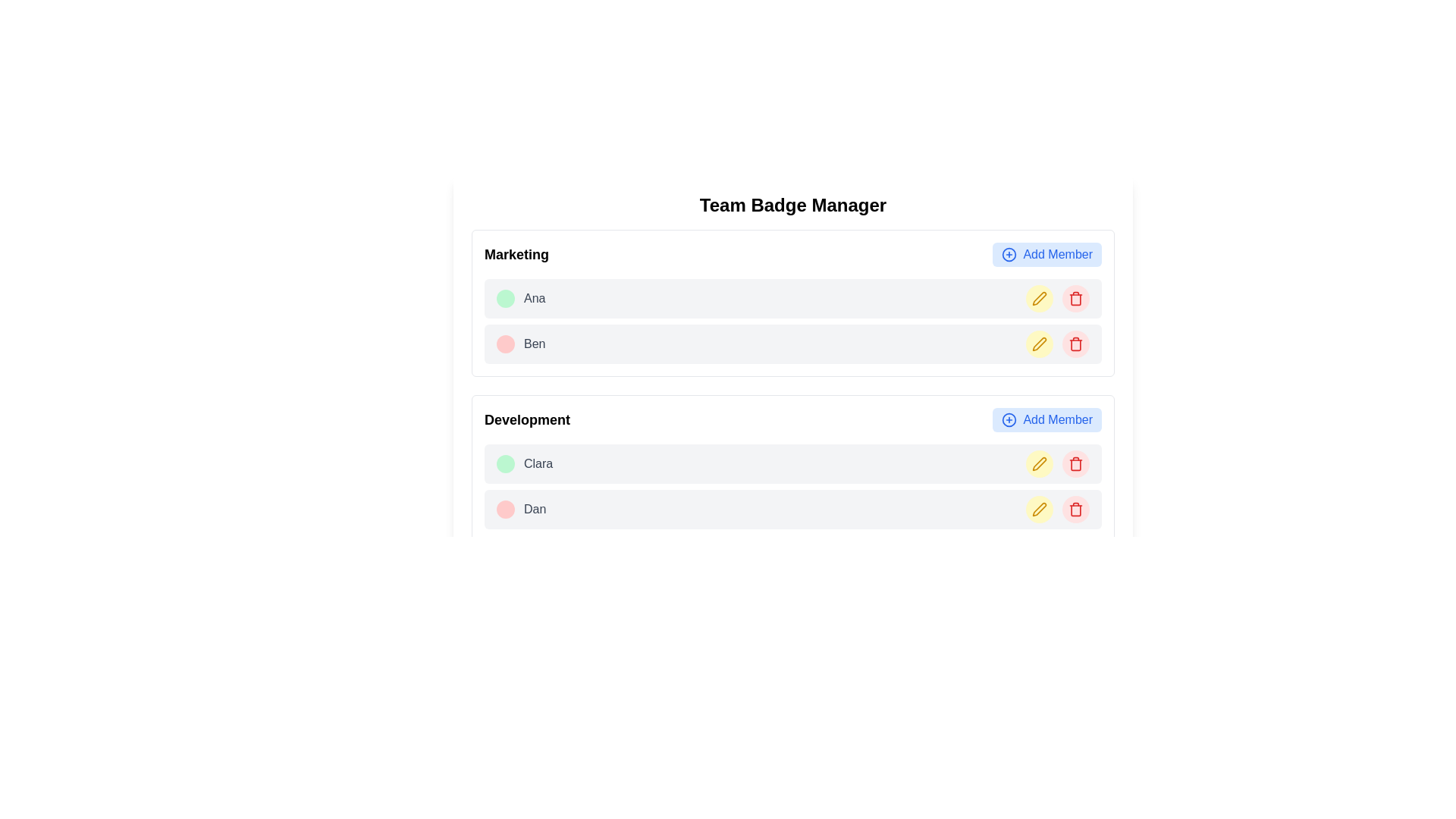 The height and width of the screenshot is (819, 1456). What do you see at coordinates (1046, 253) in the screenshot?
I see `the blue 'Add Member' button with a plus icon located in the top-right corner of the 'Marketing' section` at bounding box center [1046, 253].